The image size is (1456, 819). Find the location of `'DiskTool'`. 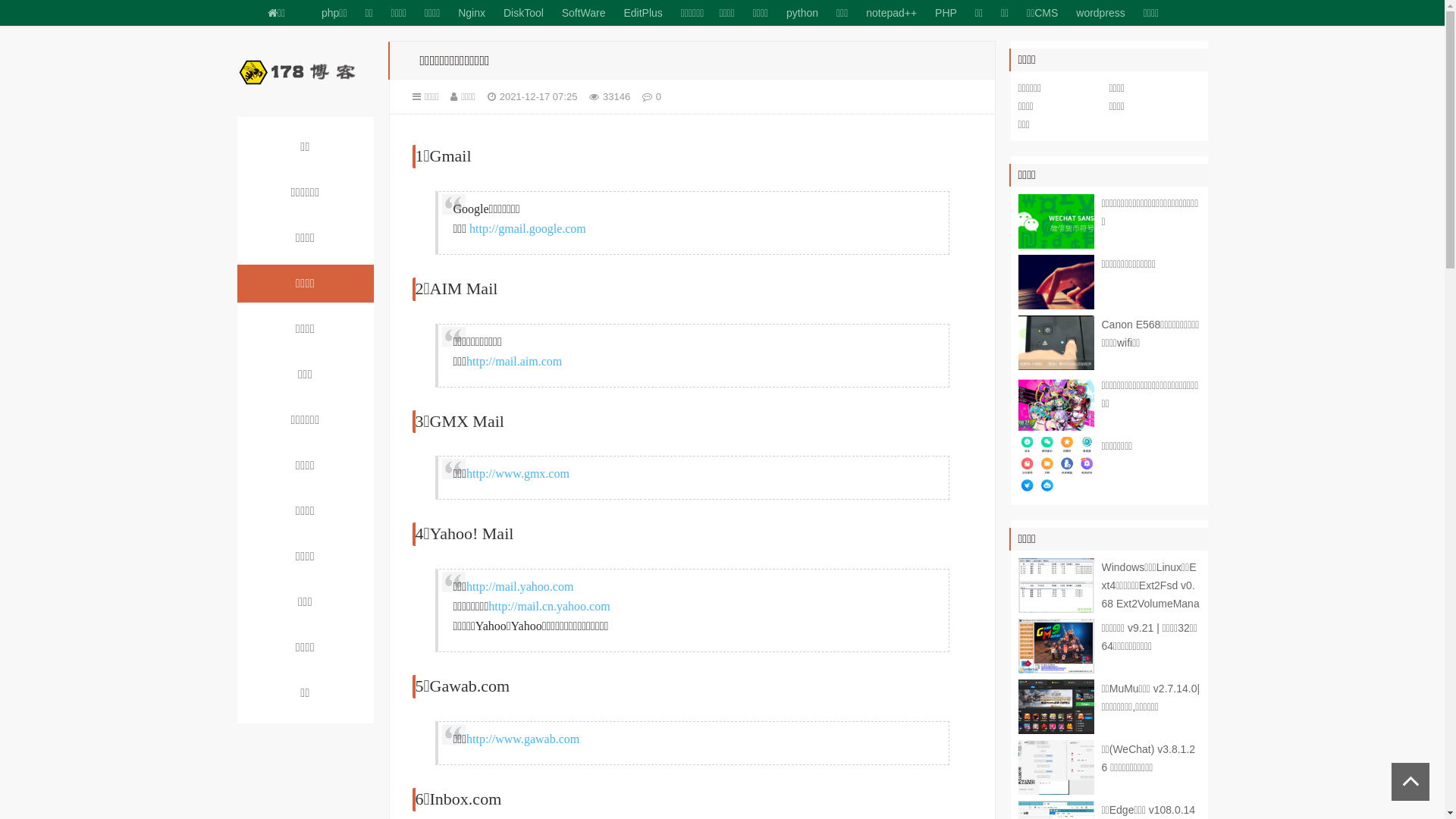

'DiskTool' is located at coordinates (523, 12).